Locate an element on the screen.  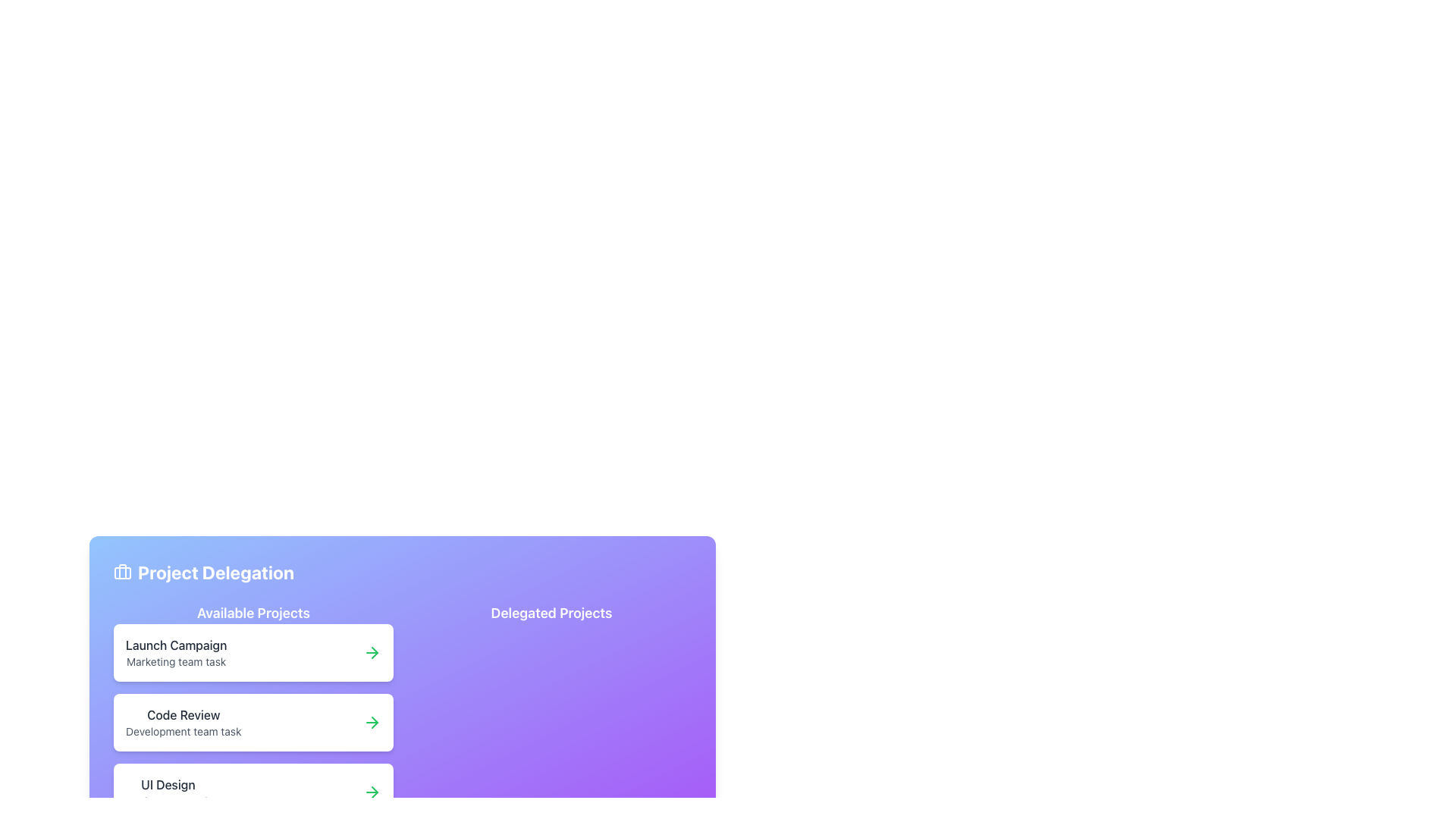
the static text label displaying 'Marketing team task', which is positioned directly below the 'Launch Campaign' label in the 'Available Projects' list is located at coordinates (176, 661).